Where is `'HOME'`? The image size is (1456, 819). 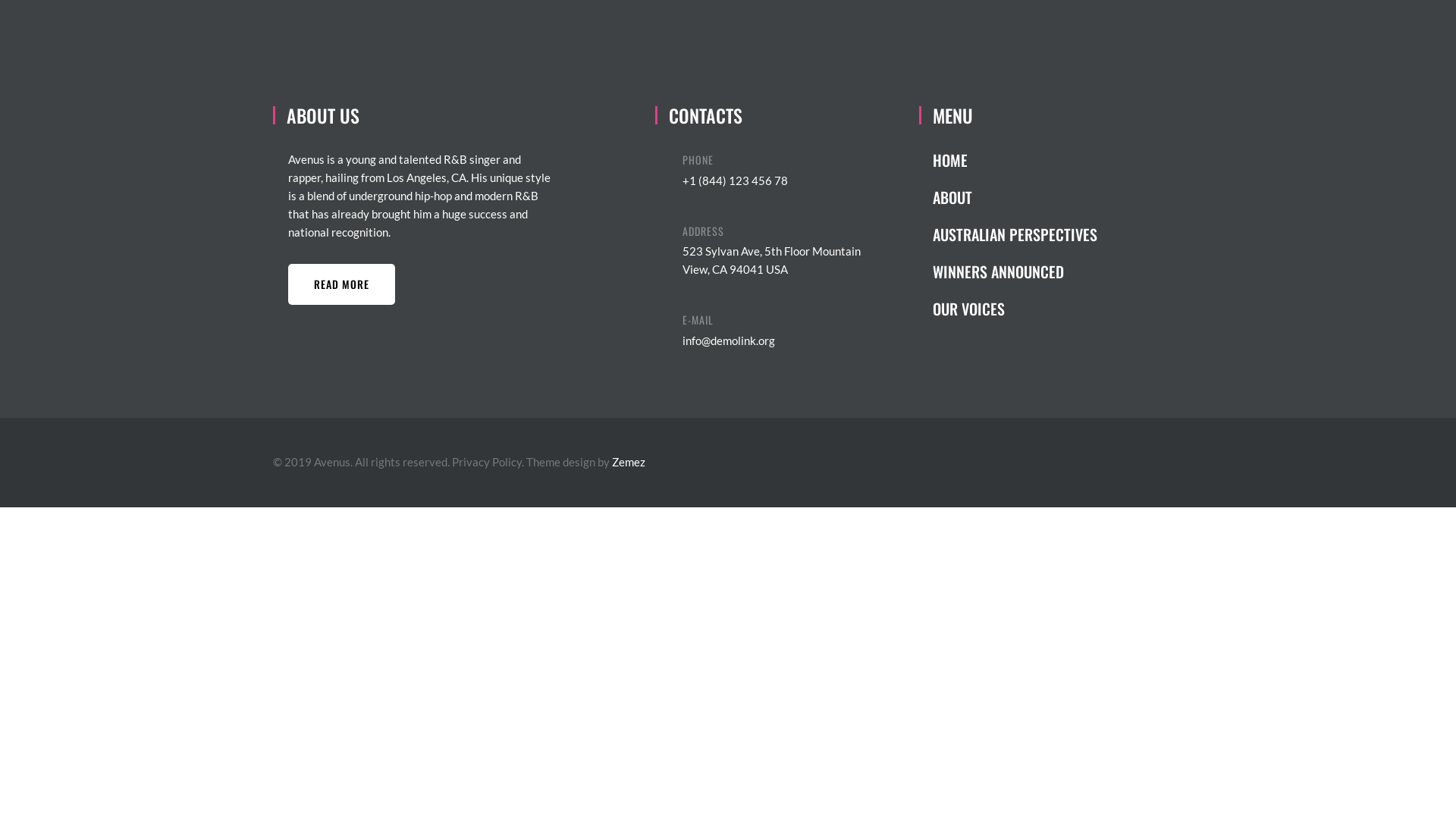
'HOME' is located at coordinates (1015, 167).